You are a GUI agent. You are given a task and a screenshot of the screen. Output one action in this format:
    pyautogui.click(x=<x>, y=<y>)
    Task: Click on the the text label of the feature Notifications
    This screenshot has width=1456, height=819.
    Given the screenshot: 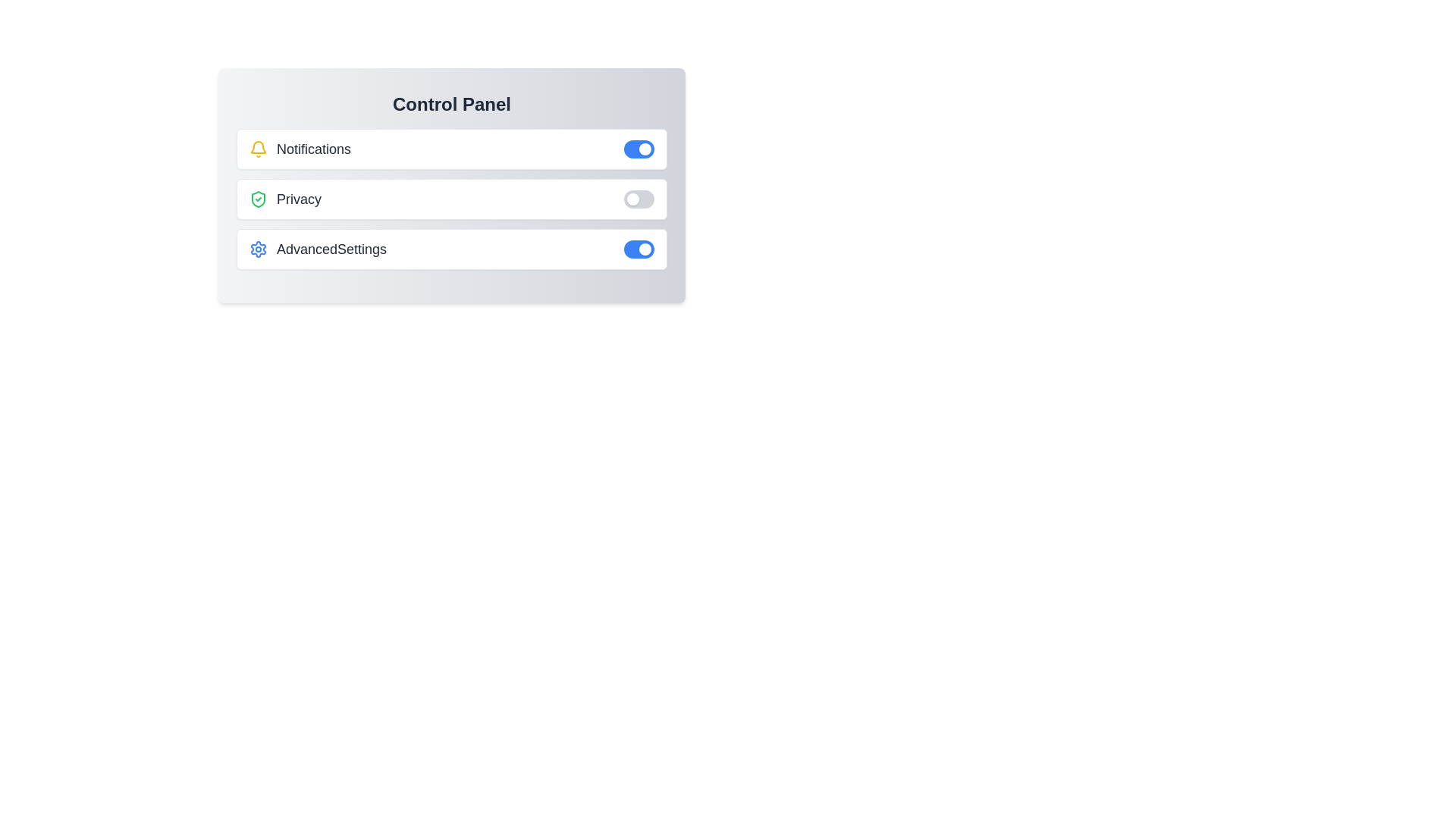 What is the action you would take?
    pyautogui.click(x=300, y=149)
    